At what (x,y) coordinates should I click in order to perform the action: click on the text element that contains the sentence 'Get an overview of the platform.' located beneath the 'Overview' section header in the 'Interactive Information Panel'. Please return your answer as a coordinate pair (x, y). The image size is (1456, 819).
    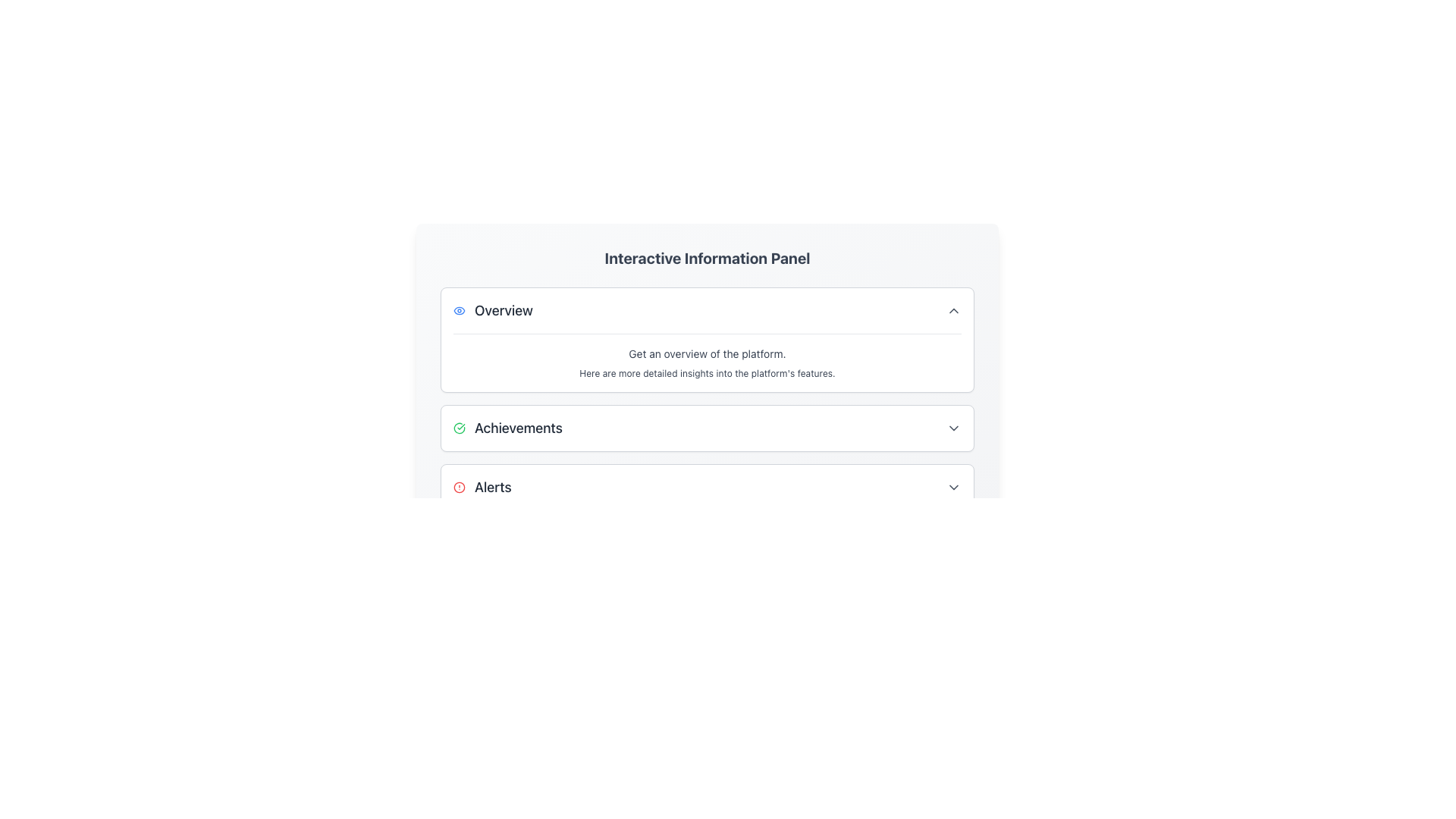
    Looking at the image, I should click on (706, 353).